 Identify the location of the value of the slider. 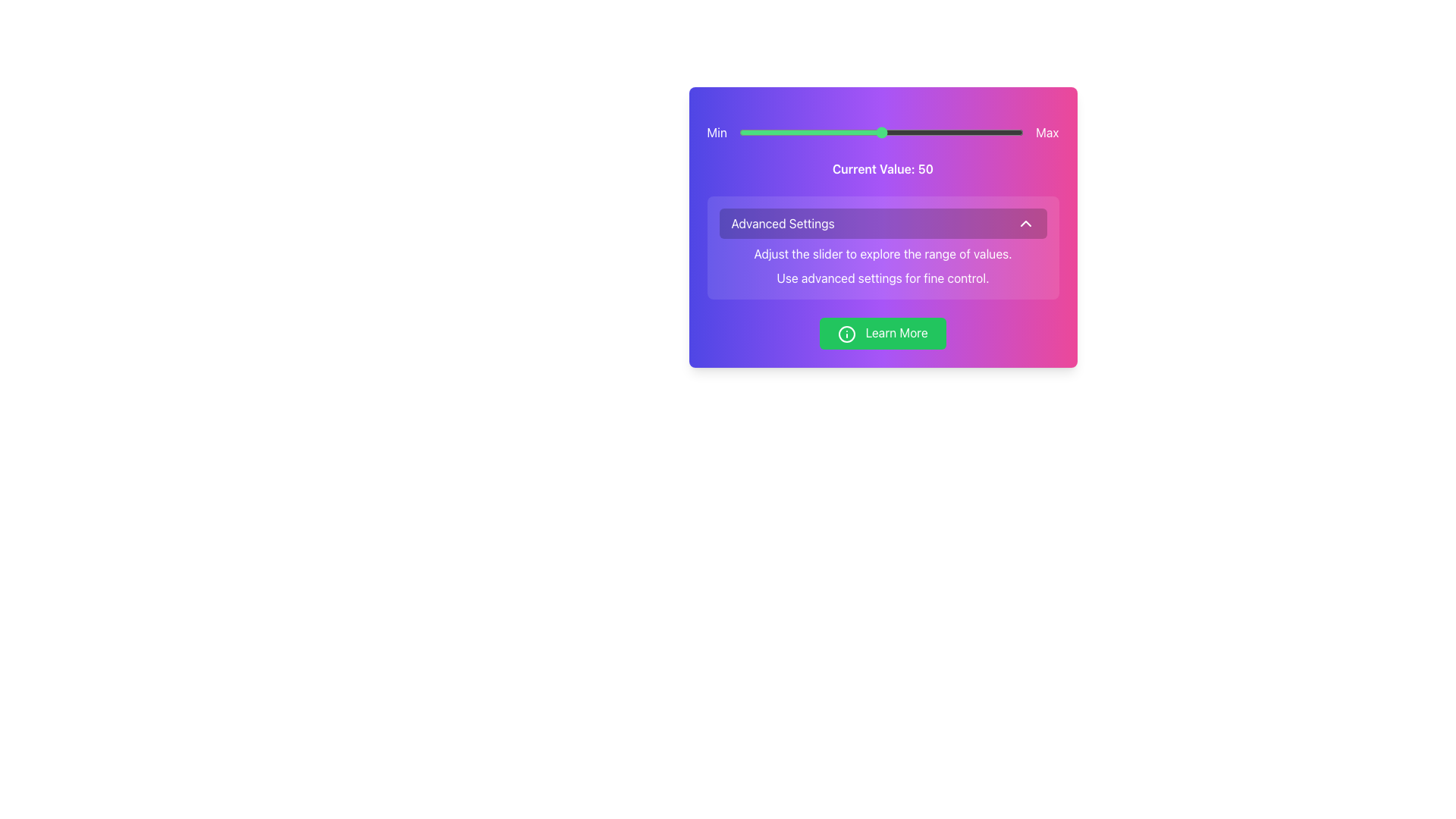
(904, 131).